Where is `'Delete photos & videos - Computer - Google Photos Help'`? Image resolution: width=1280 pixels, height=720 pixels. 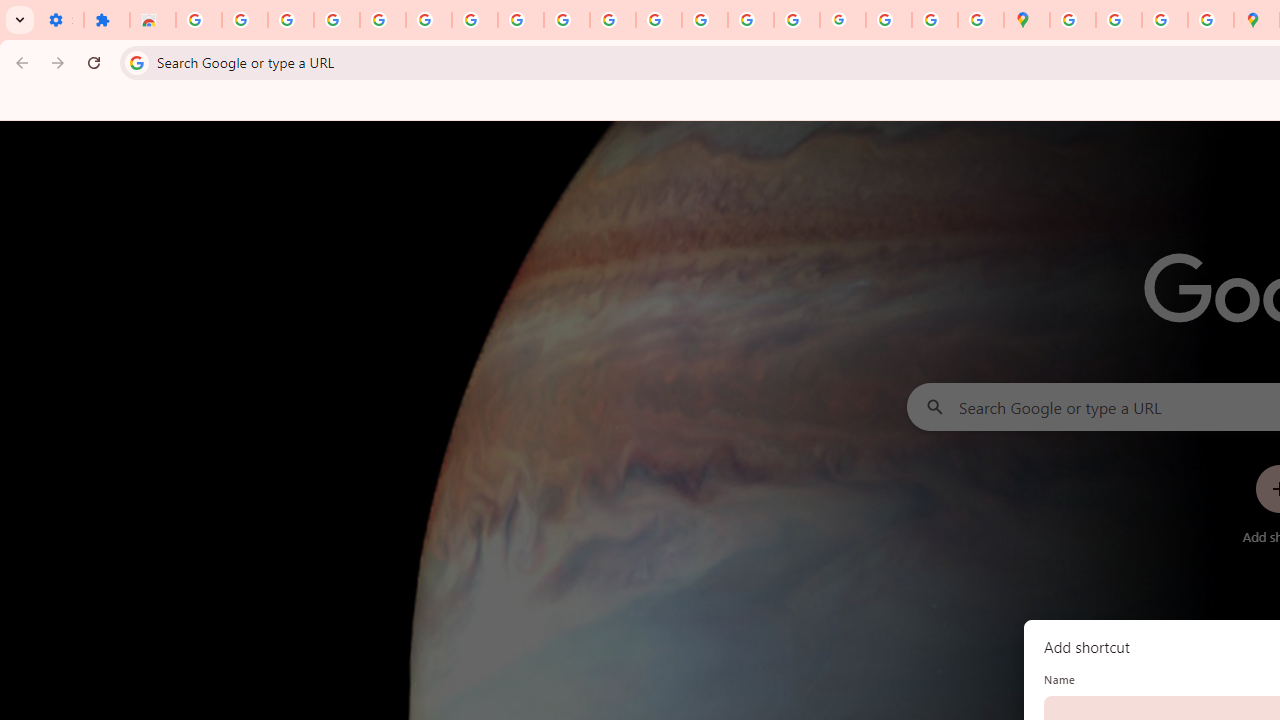
'Delete photos & videos - Computer - Google Photos Help' is located at coordinates (289, 20).